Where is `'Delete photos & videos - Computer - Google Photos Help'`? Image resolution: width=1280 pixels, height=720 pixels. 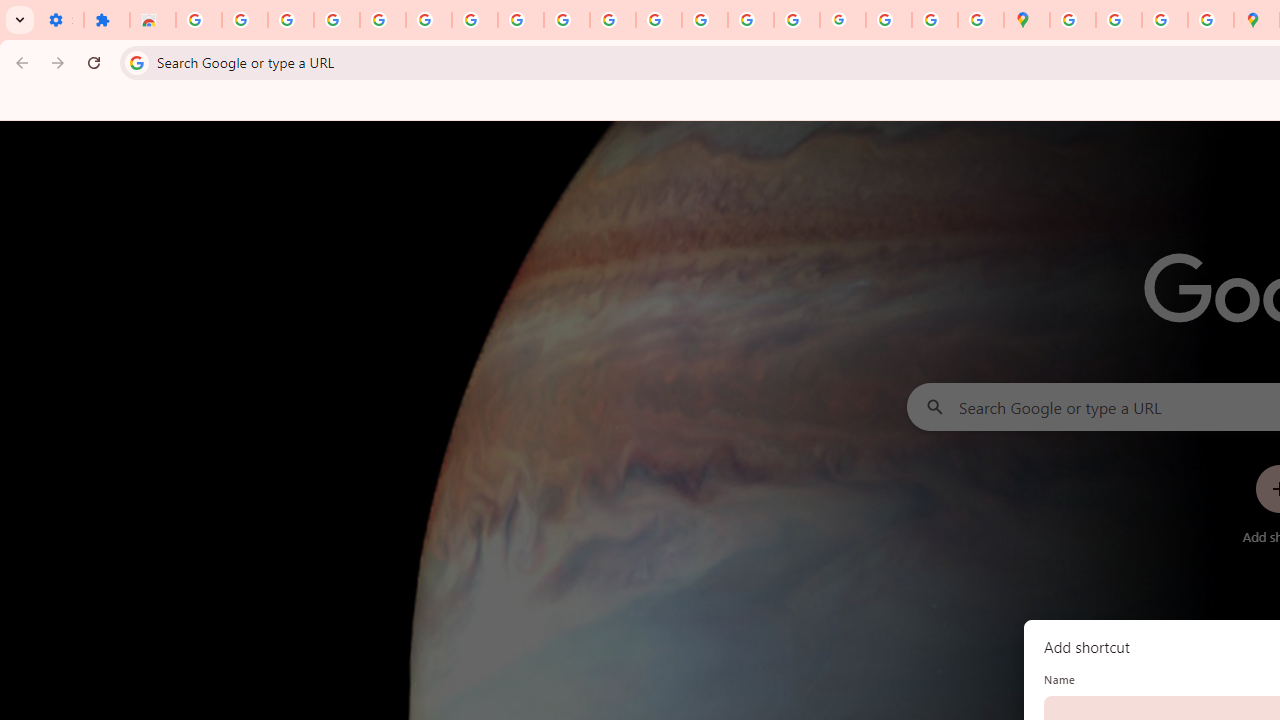
'Delete photos & videos - Computer - Google Photos Help' is located at coordinates (289, 20).